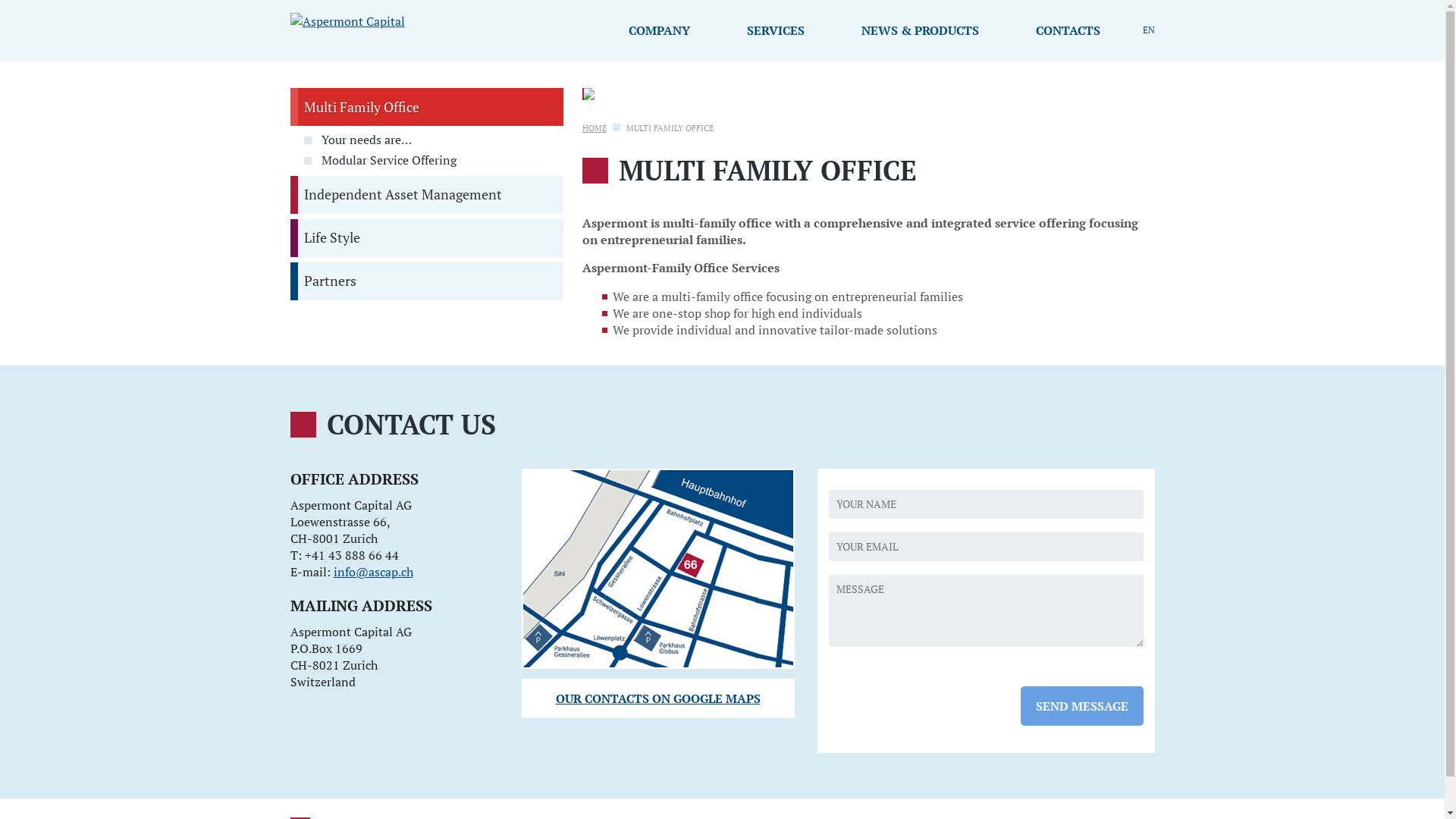 The width and height of the screenshot is (1456, 819). I want to click on 'Multi Family Office', so click(425, 106).